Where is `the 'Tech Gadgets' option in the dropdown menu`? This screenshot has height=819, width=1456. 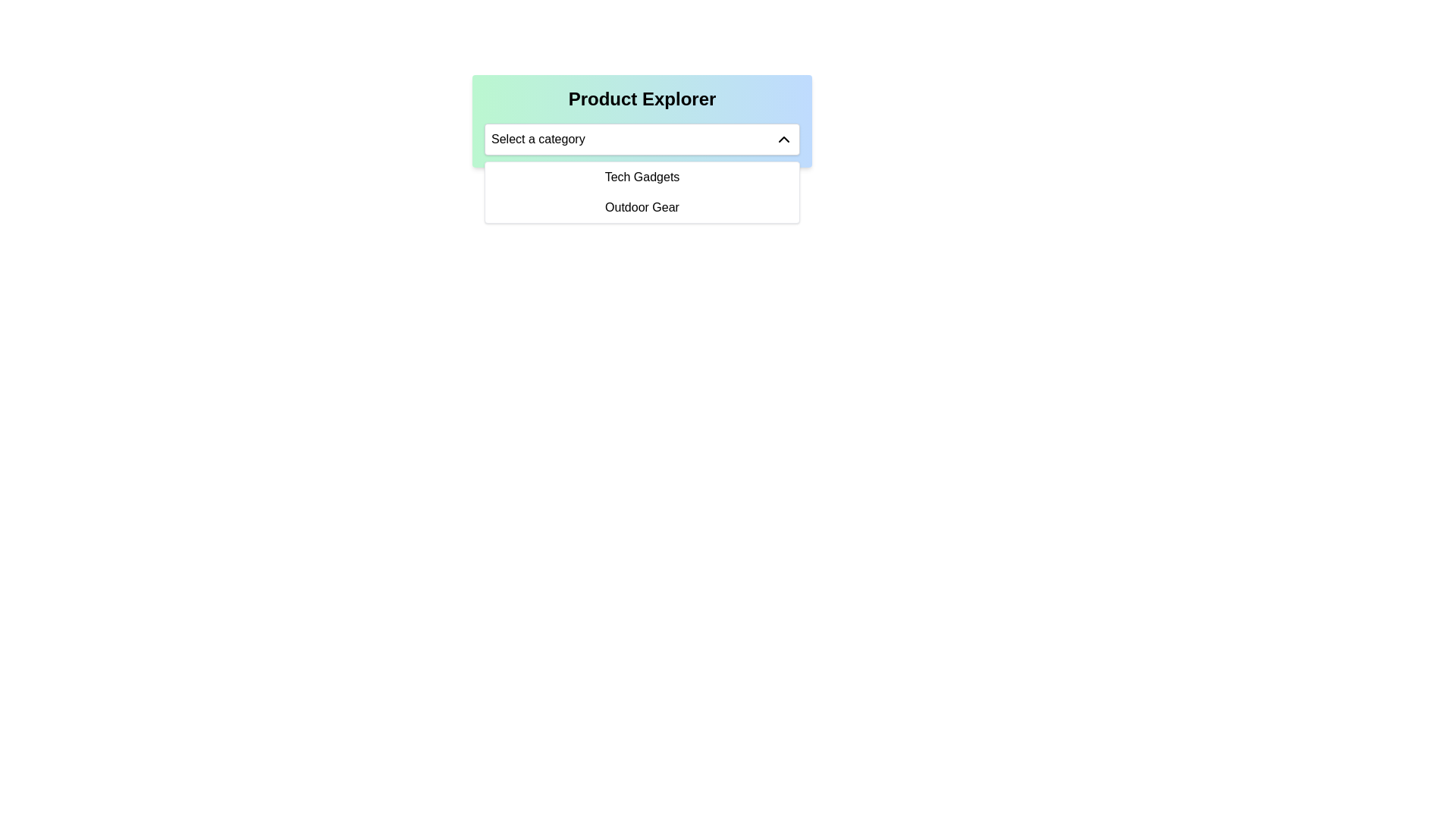 the 'Tech Gadgets' option in the dropdown menu is located at coordinates (642, 177).